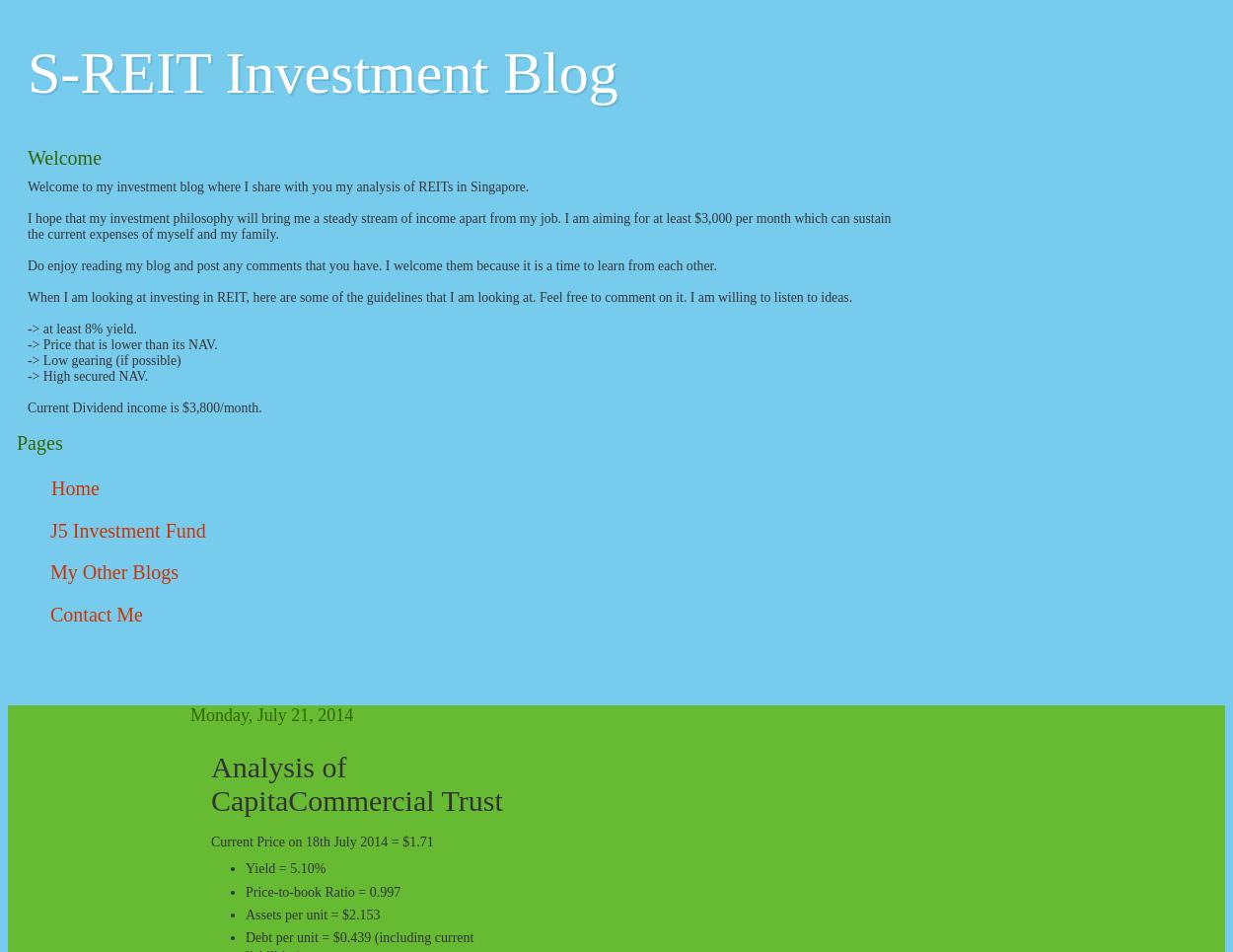 The height and width of the screenshot is (952, 1233). I want to click on 'My Other Blogs', so click(50, 571).